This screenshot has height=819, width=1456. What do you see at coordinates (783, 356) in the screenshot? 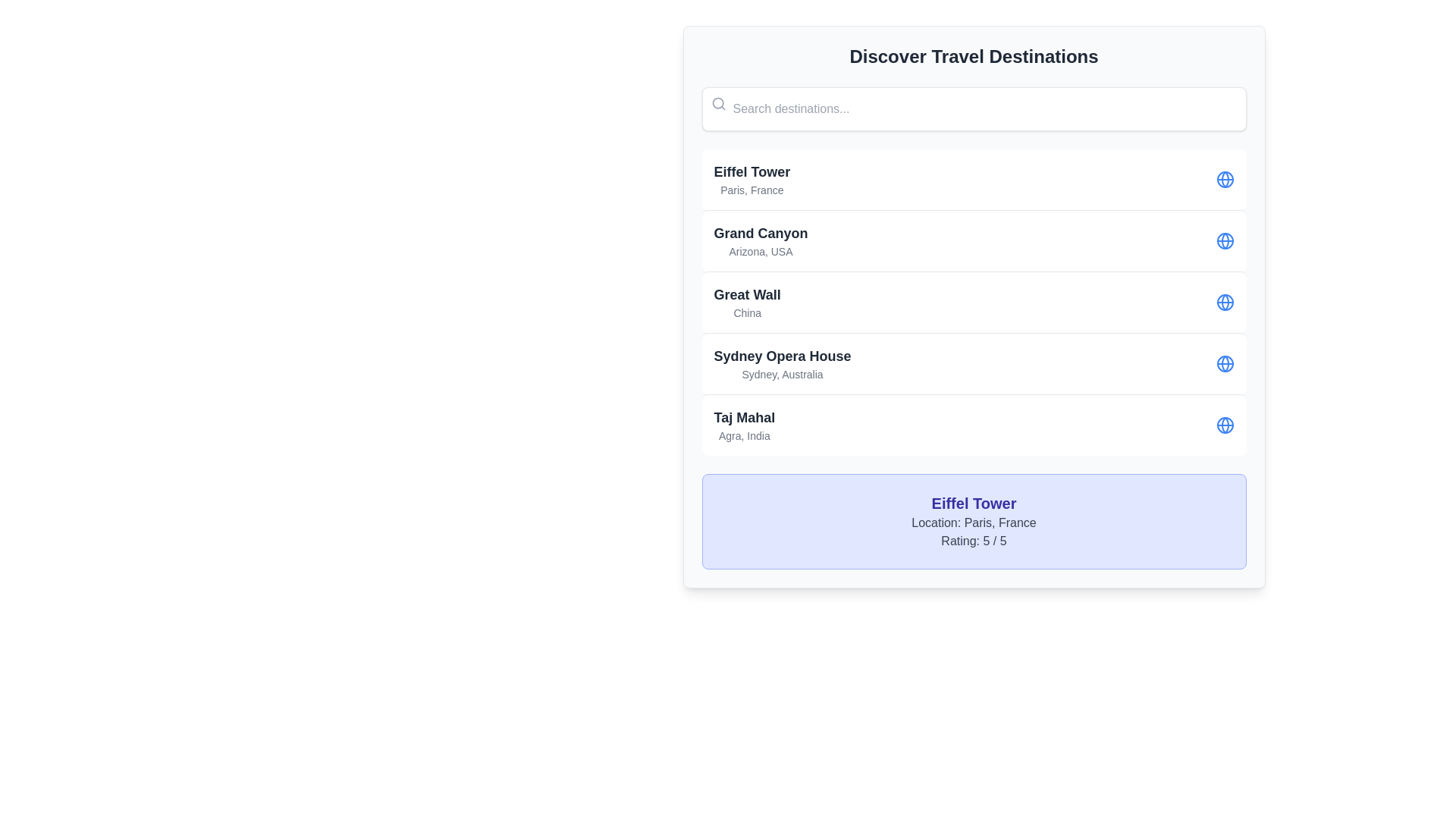
I see `text label that says 'Sydney Opera House', which is prominently displayed in a large, bold font within the fourth list item of the destinations` at bounding box center [783, 356].